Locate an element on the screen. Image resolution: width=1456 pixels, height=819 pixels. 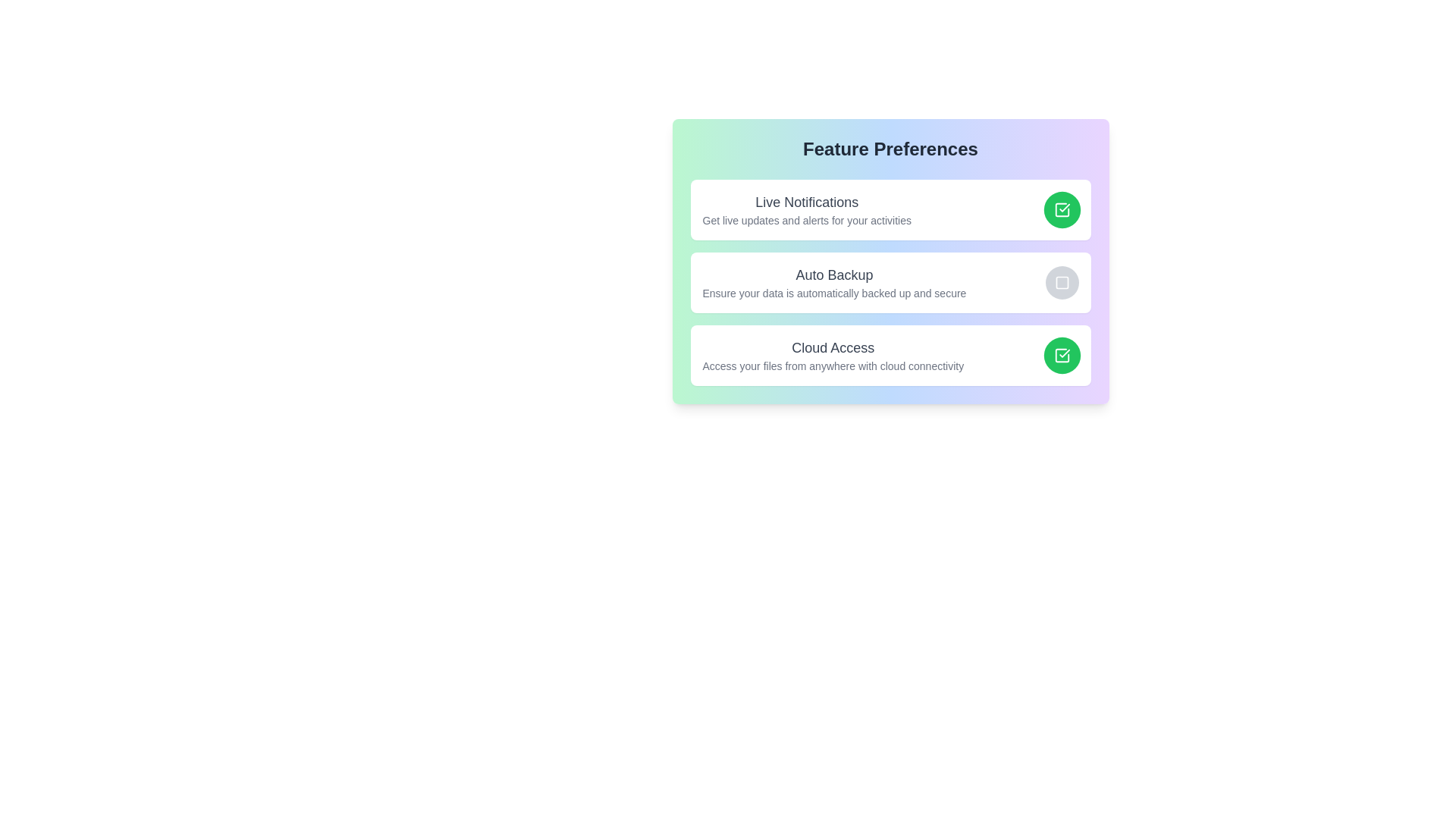
text from the 'Auto Backup' text label, which is located in the second card of the 'Feature Preferences' section, positioned below the 'Live Notifications' card and above the 'Cloud Access' card is located at coordinates (833, 275).